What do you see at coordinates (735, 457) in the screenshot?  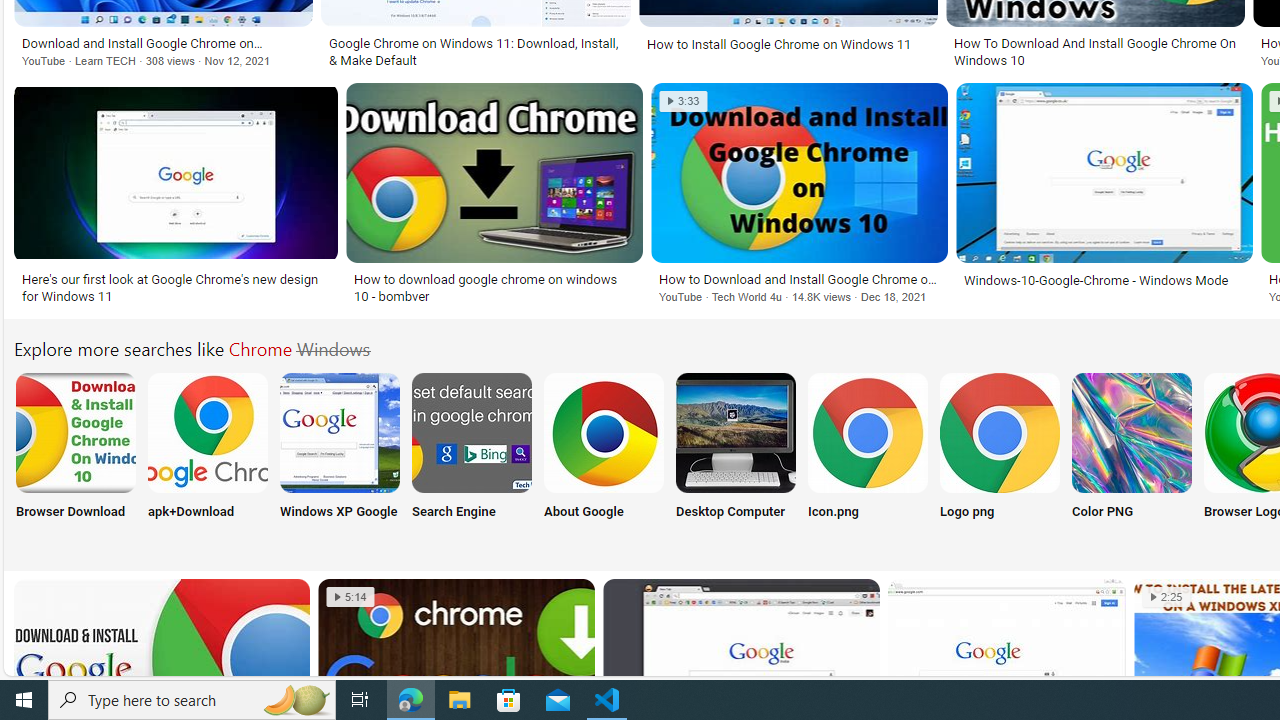 I see `'Desktop Computer'` at bounding box center [735, 457].